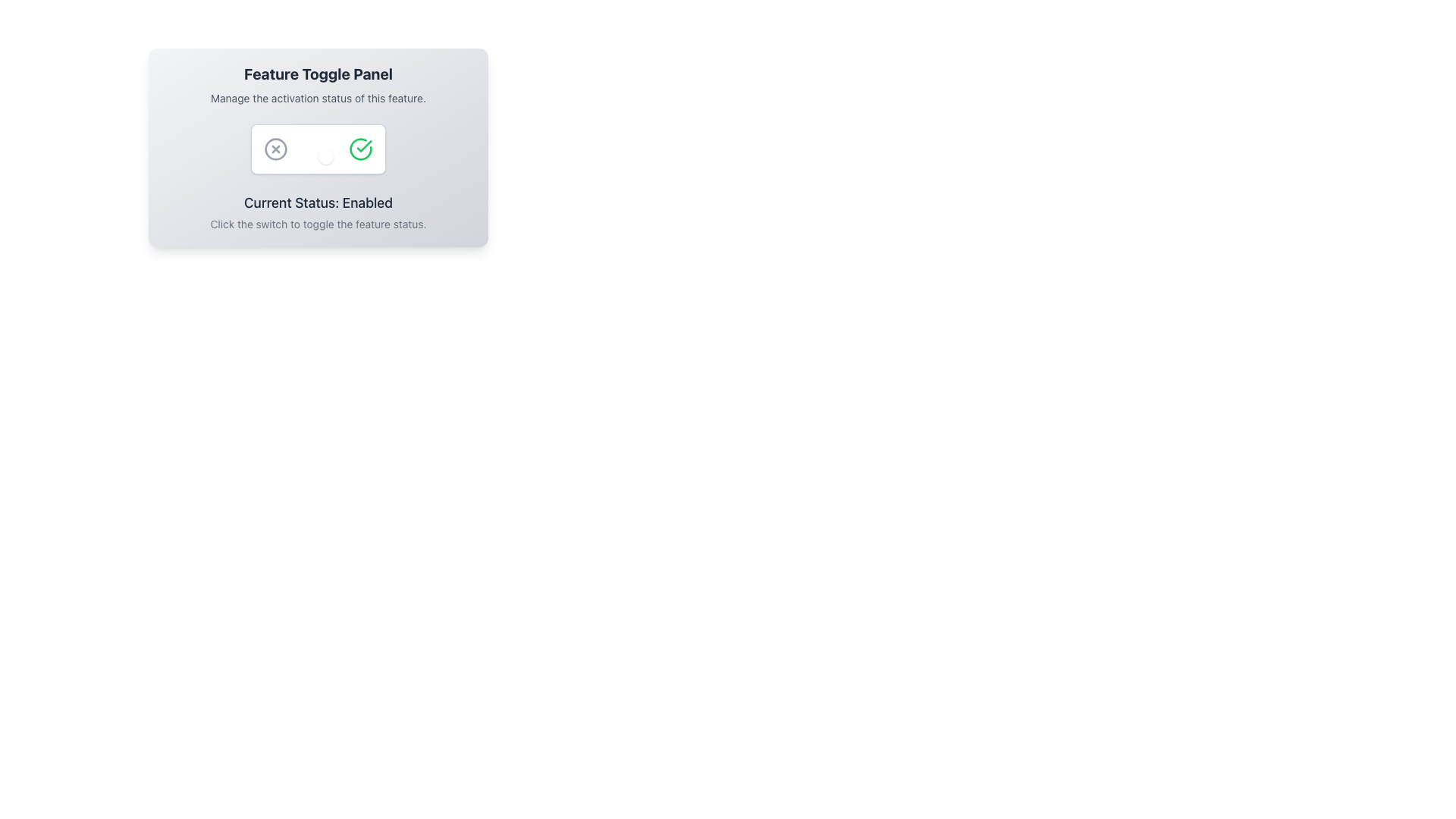 This screenshot has height=819, width=1456. Describe the element at coordinates (318, 148) in the screenshot. I see `the interactive toggle control in the Feature Toggle Panel to change its state` at that location.